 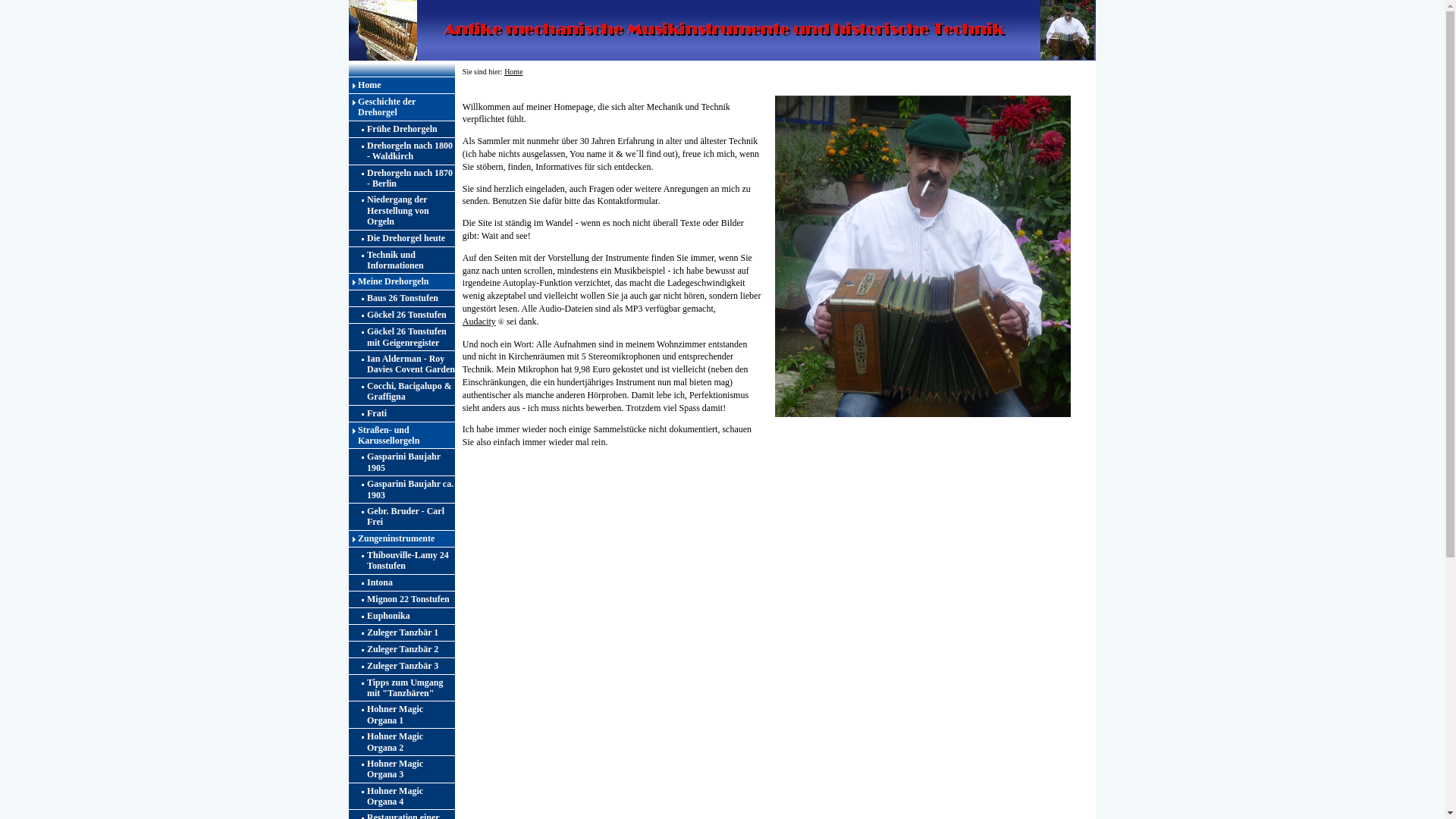 I want to click on 'Thibouville-Lamy 24 Tonstufen', so click(x=401, y=560).